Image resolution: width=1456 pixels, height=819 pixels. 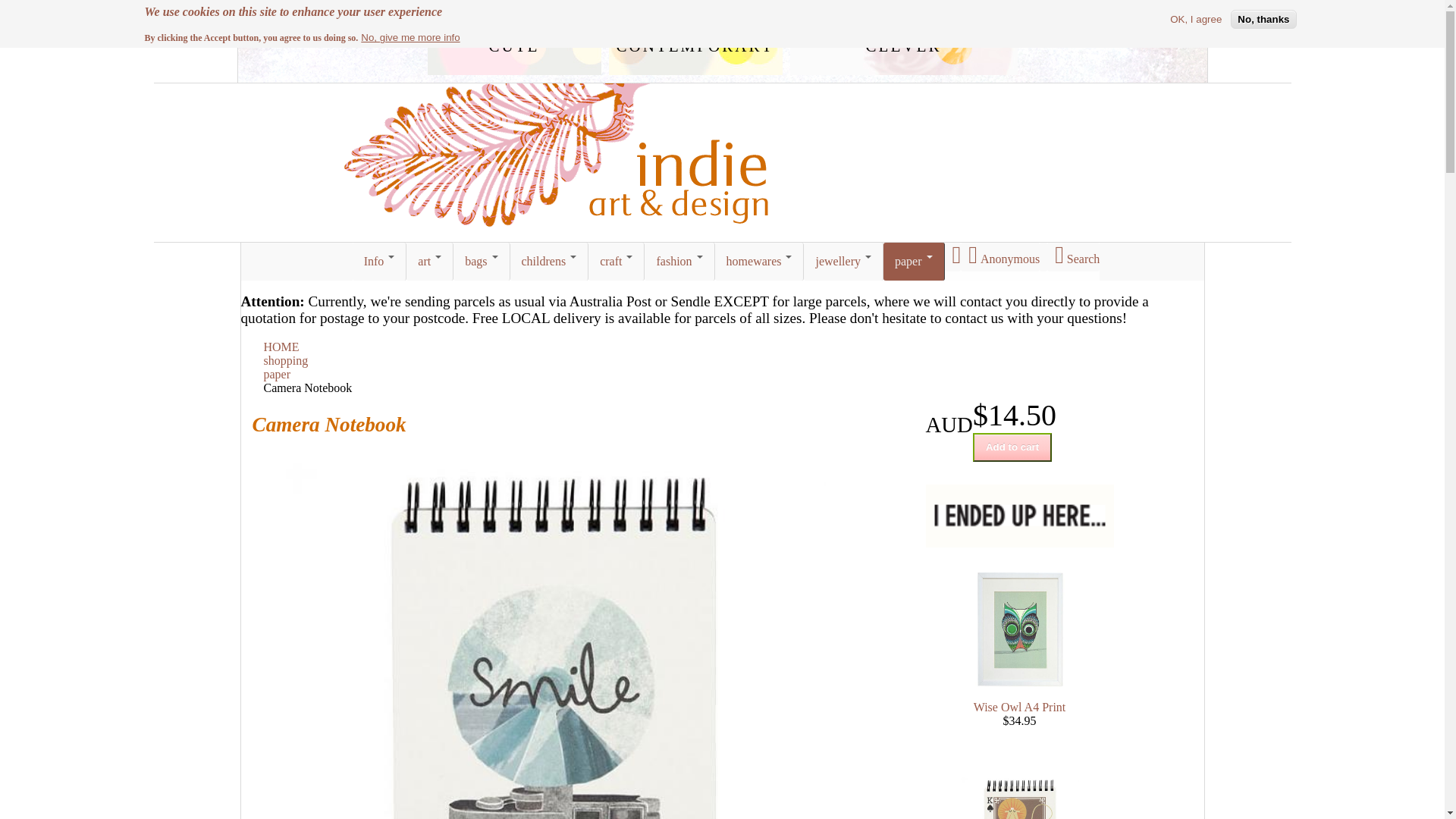 I want to click on 'craft', so click(x=616, y=260).